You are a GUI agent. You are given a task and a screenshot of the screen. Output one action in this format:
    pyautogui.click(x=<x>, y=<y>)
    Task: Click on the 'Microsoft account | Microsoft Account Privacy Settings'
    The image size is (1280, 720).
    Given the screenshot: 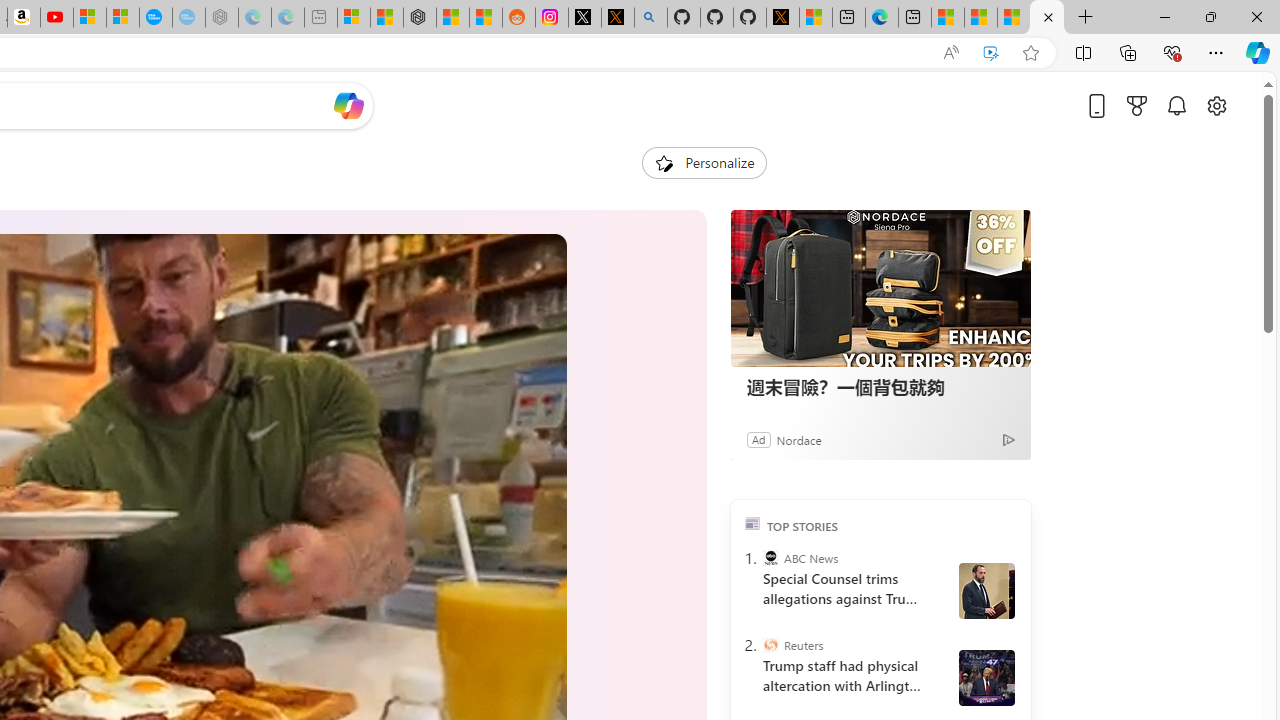 What is the action you would take?
    pyautogui.click(x=353, y=17)
    